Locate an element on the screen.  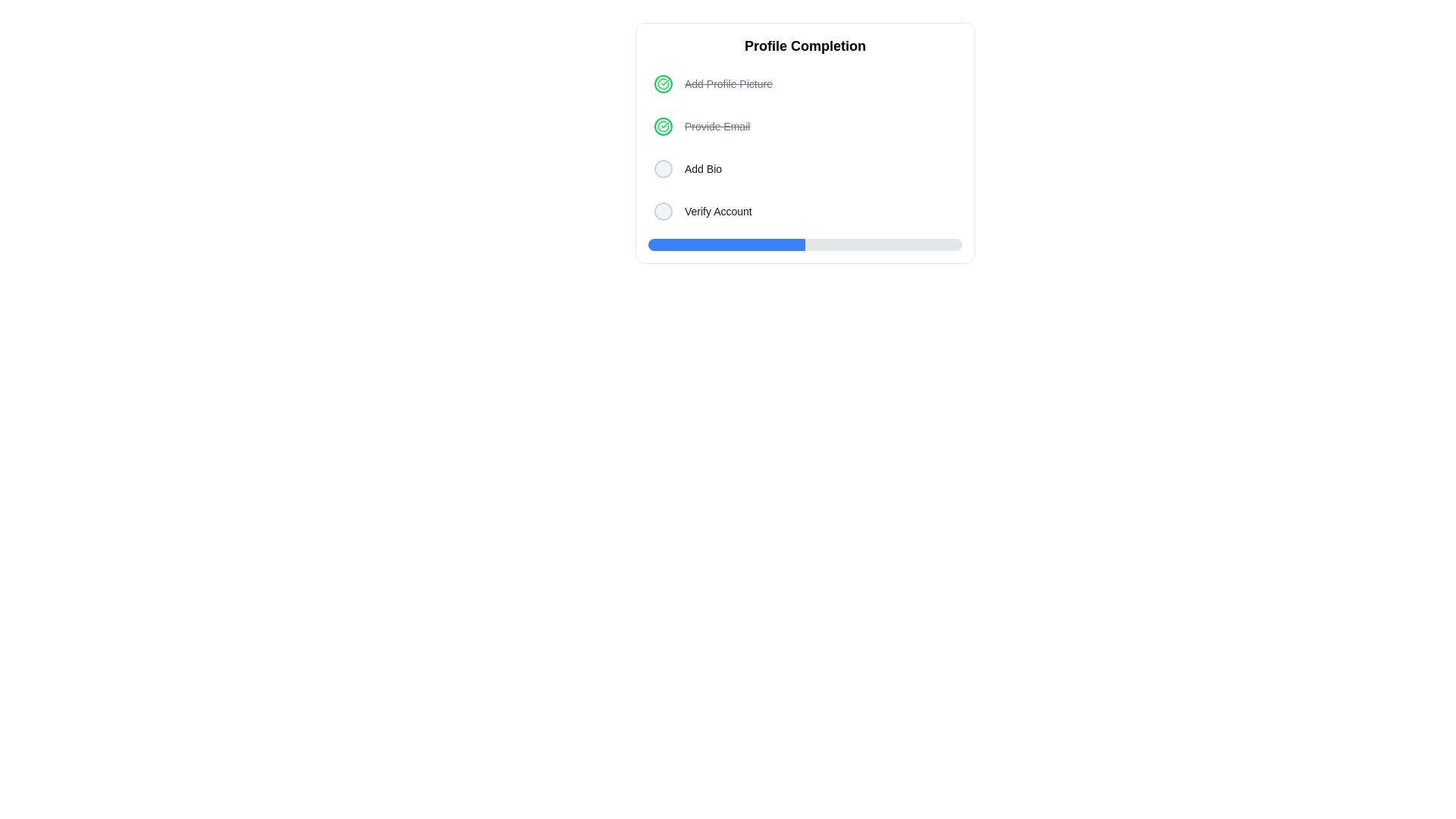
the filled portion of the progress bar located at the center bottom of the 'Profile Completion' interface card is located at coordinates (726, 244).